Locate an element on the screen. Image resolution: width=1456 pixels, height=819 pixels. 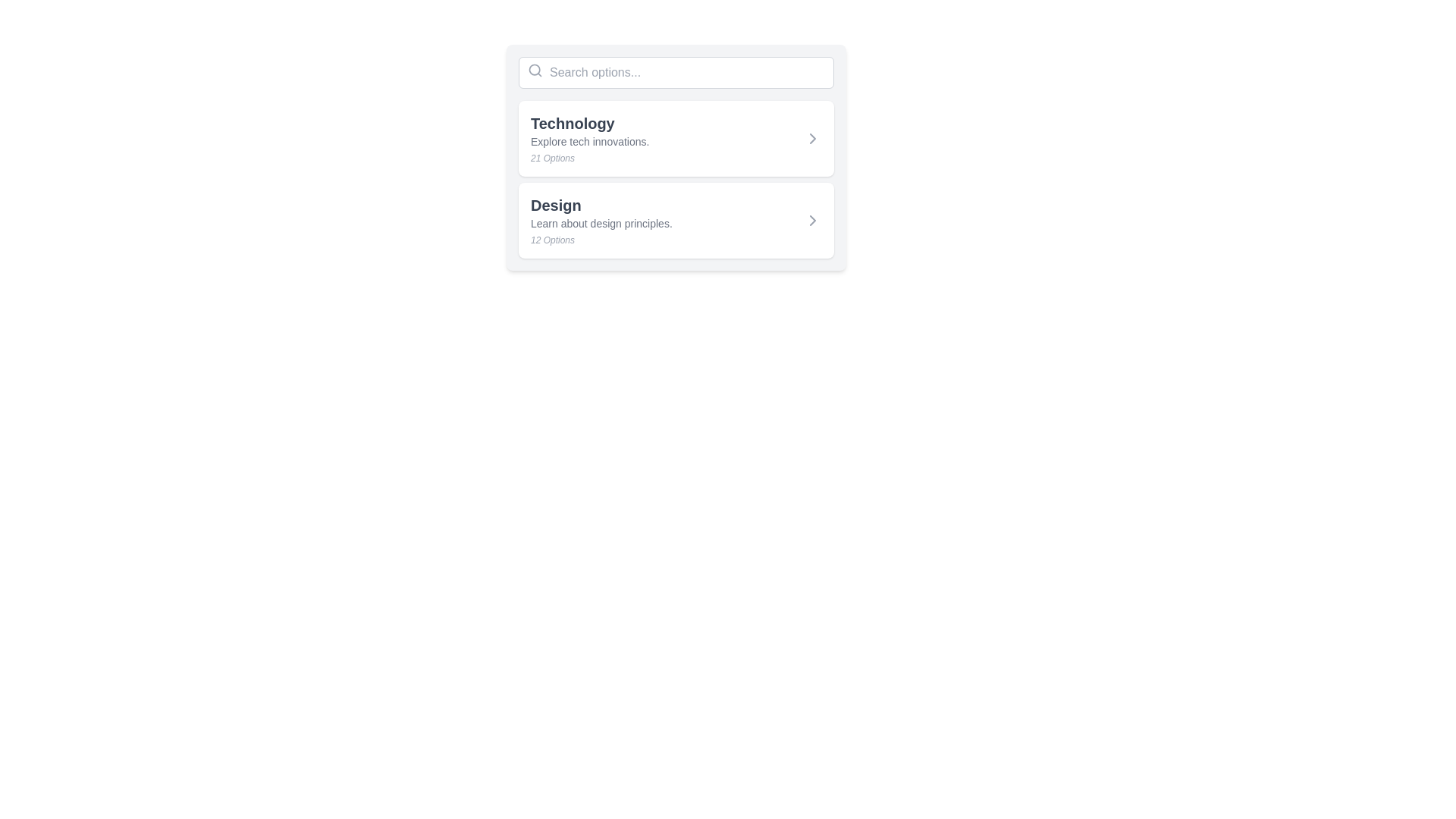
the chevron icon in the 'Technology' section is located at coordinates (811, 138).